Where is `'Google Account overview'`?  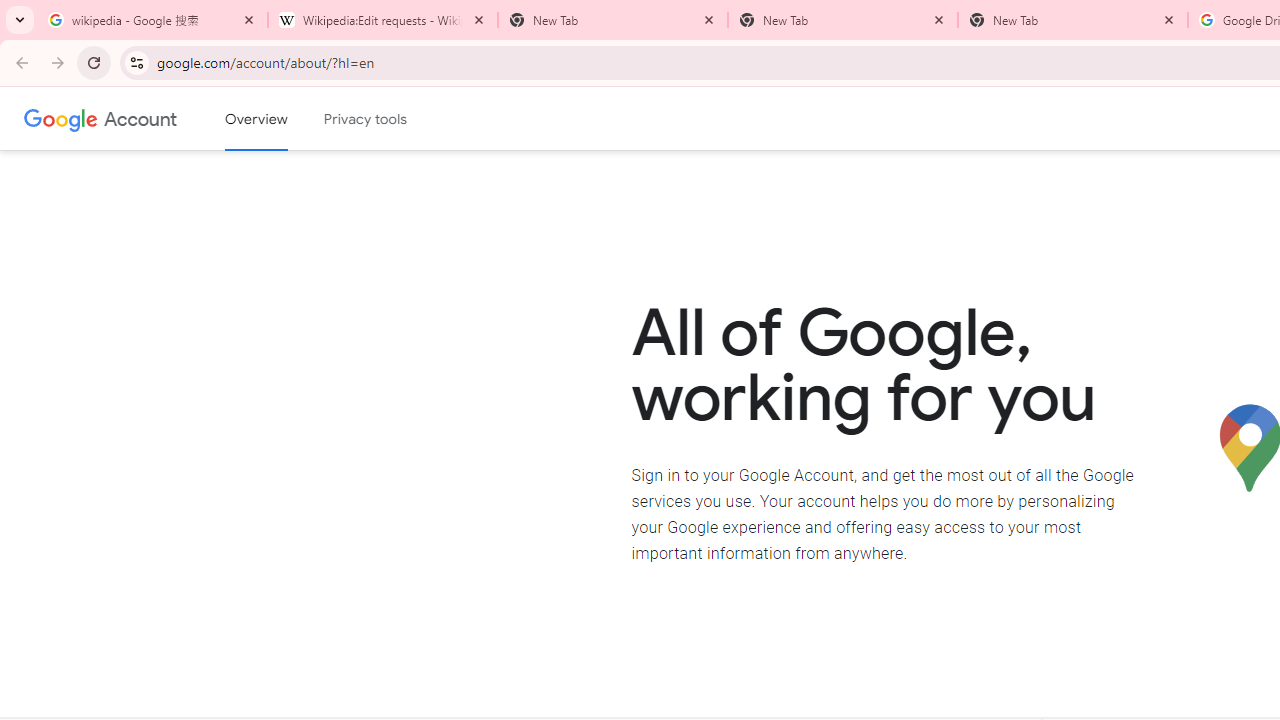 'Google Account overview' is located at coordinates (255, 119).